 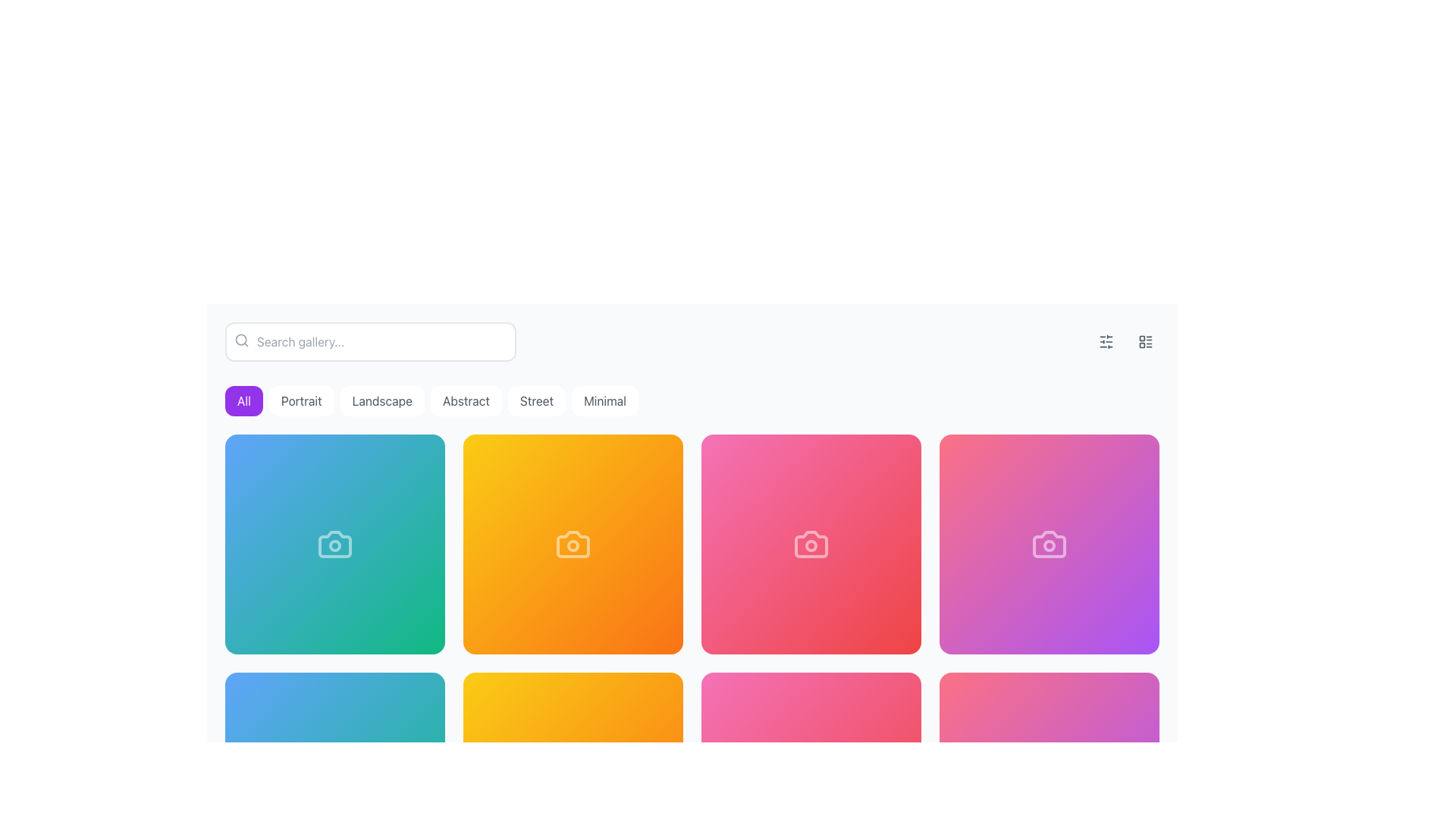 What do you see at coordinates (334, 546) in the screenshot?
I see `the small circular dot inside the top half of the camera icon, which is visually represented as a Circular SVG graphical element` at bounding box center [334, 546].